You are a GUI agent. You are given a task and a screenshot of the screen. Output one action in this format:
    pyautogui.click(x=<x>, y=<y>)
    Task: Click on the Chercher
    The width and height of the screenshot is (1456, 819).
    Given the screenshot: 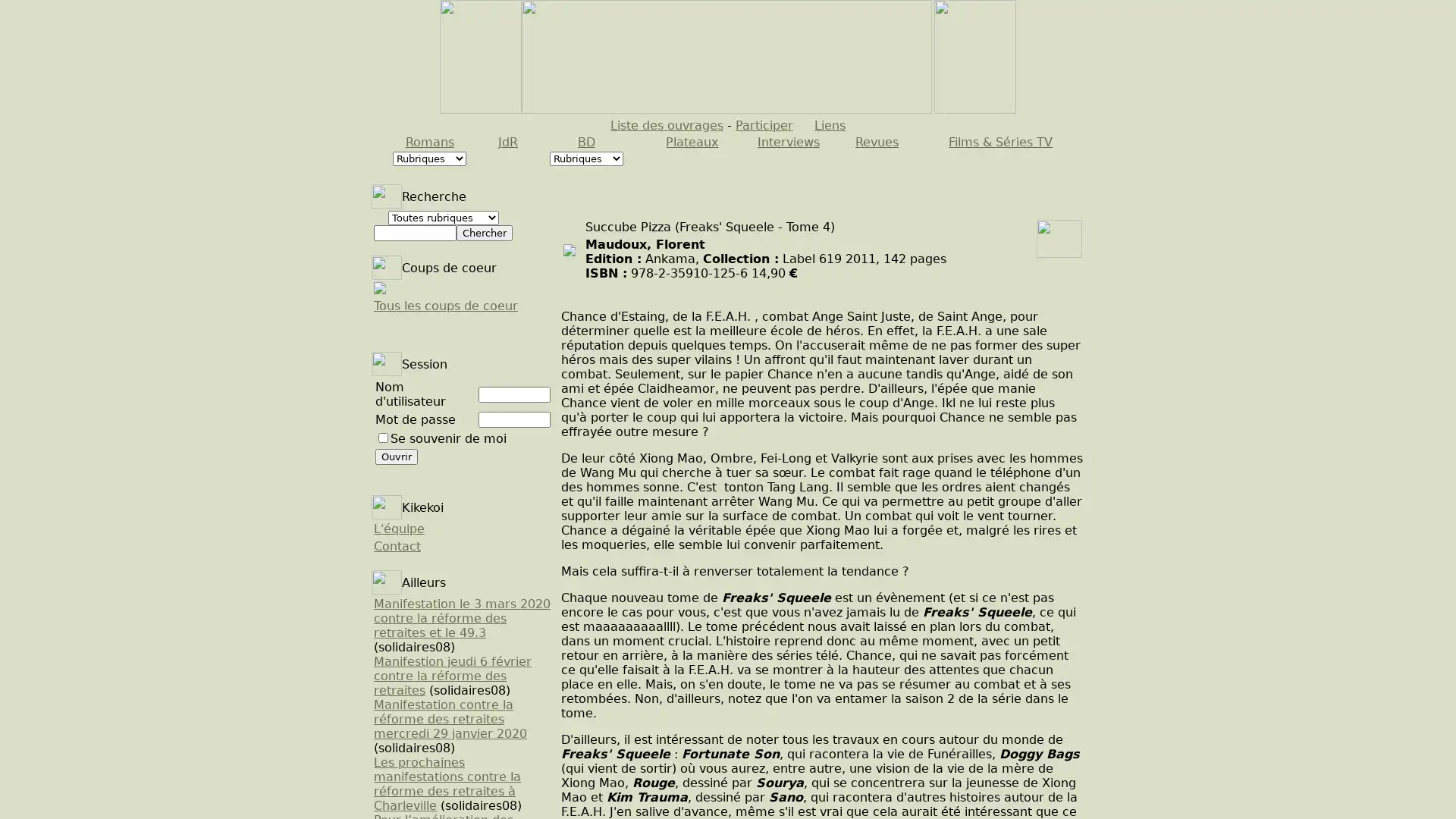 What is the action you would take?
    pyautogui.click(x=483, y=233)
    